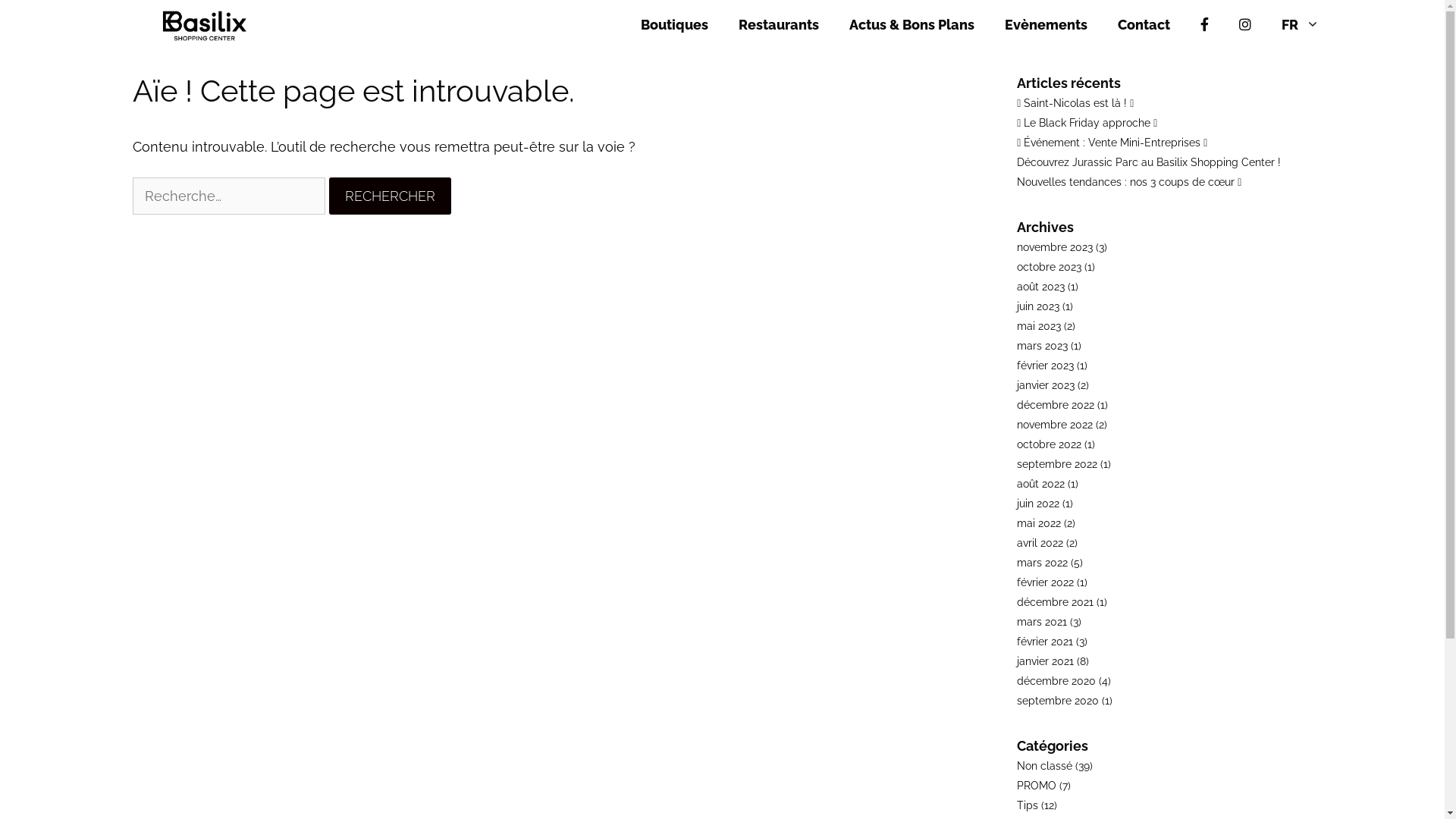  Describe the element at coordinates (1054, 424) in the screenshot. I see `'novembre 2022'` at that location.